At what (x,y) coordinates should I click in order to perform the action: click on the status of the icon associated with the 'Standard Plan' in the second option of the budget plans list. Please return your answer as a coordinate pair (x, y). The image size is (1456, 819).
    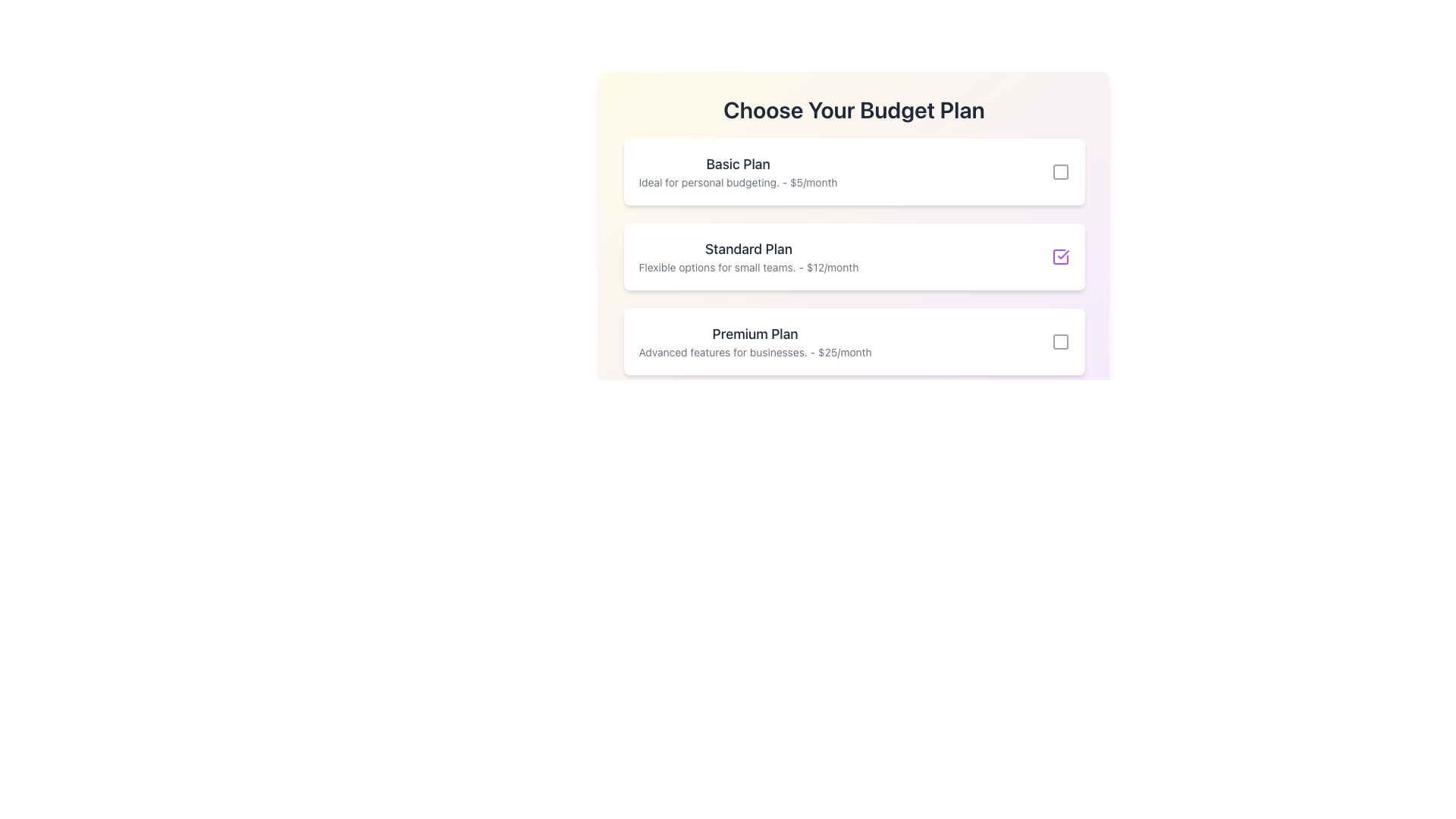
    Looking at the image, I should click on (1062, 253).